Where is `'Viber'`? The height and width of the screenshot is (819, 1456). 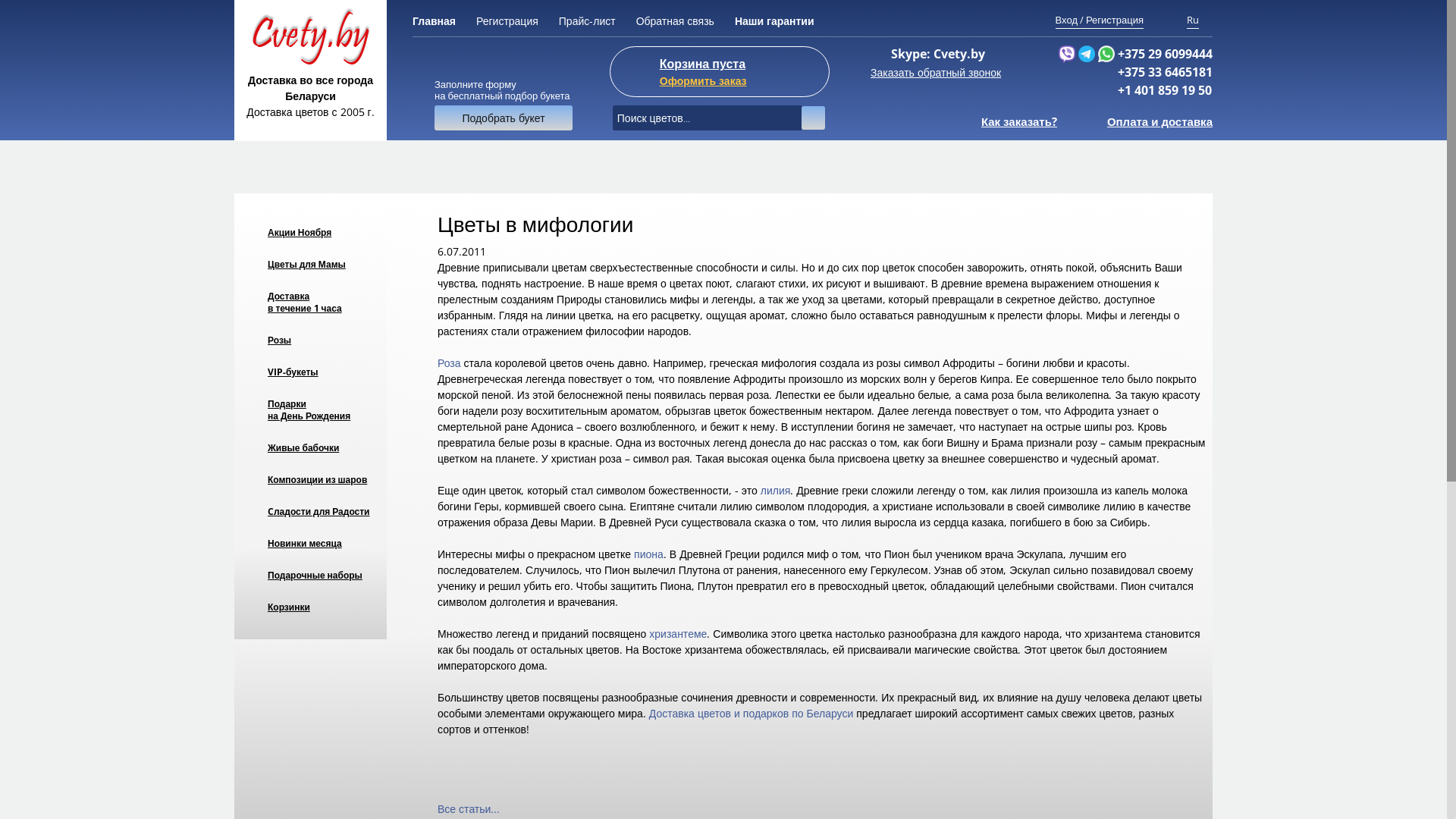 'Viber' is located at coordinates (1065, 52).